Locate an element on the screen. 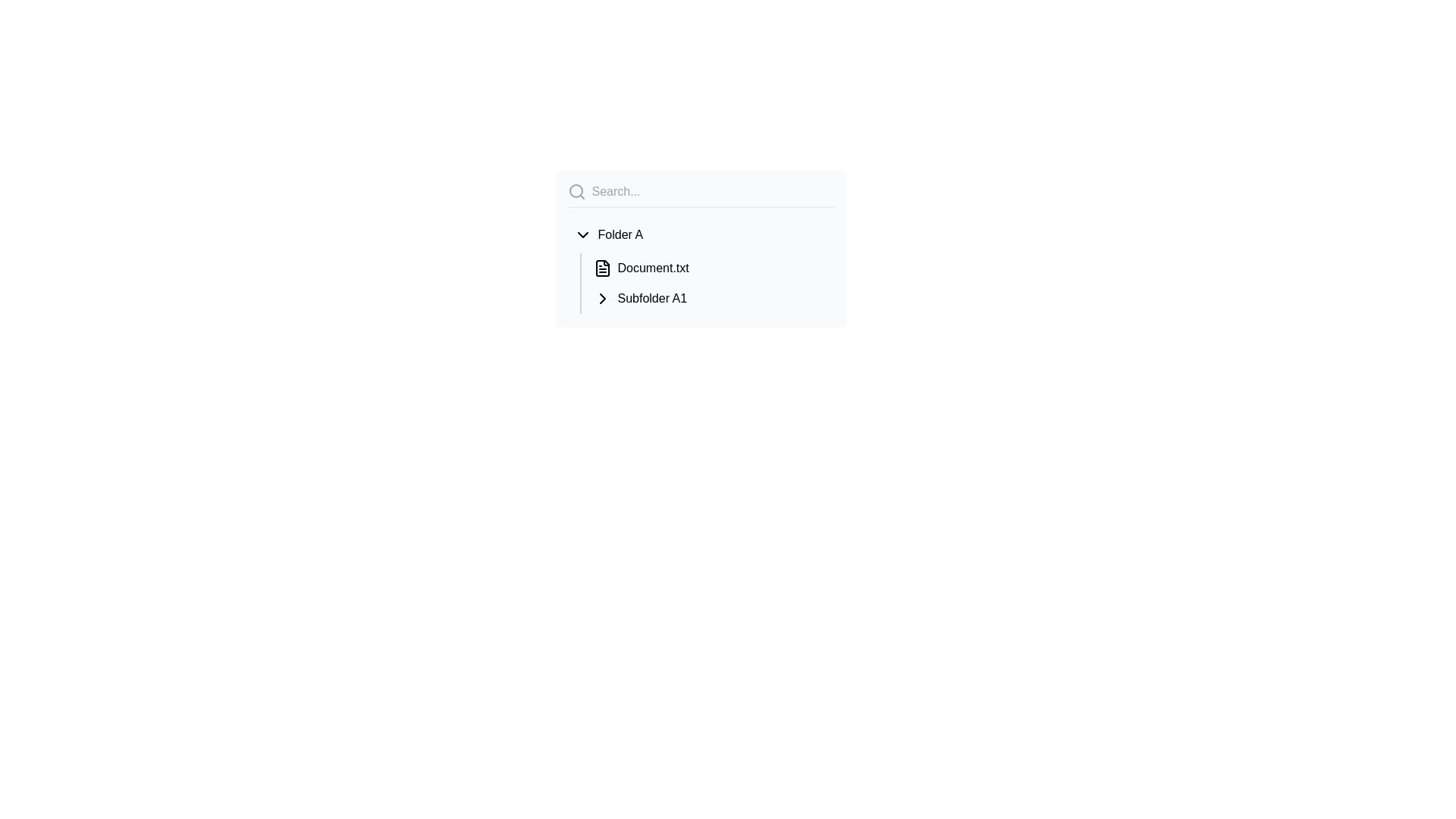  the right-pointing Chevron icon located immediately to the left of the text 'Subfolder A1' is located at coordinates (601, 298).